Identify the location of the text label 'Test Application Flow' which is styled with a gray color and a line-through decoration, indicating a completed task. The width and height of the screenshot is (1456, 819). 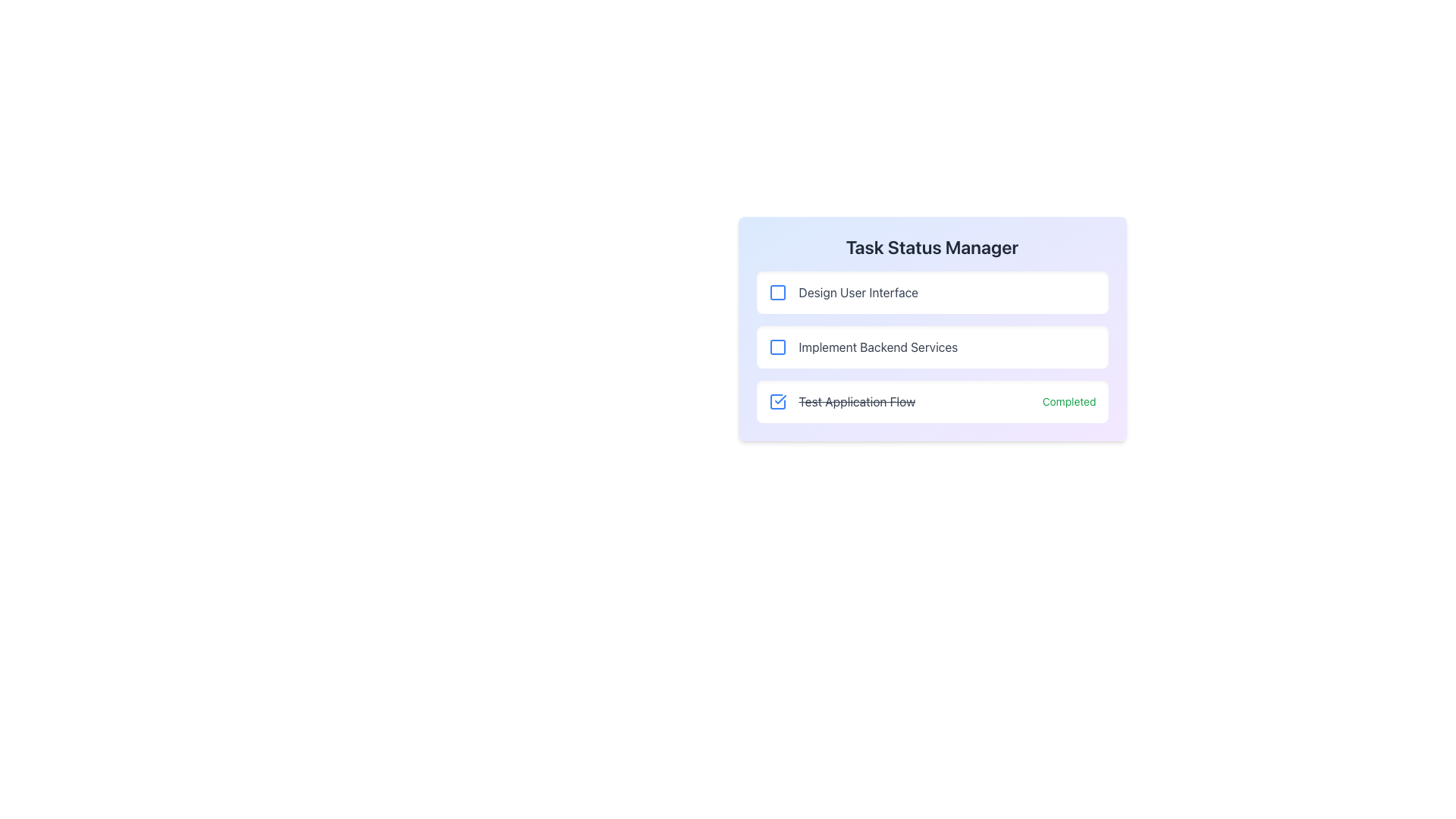
(857, 400).